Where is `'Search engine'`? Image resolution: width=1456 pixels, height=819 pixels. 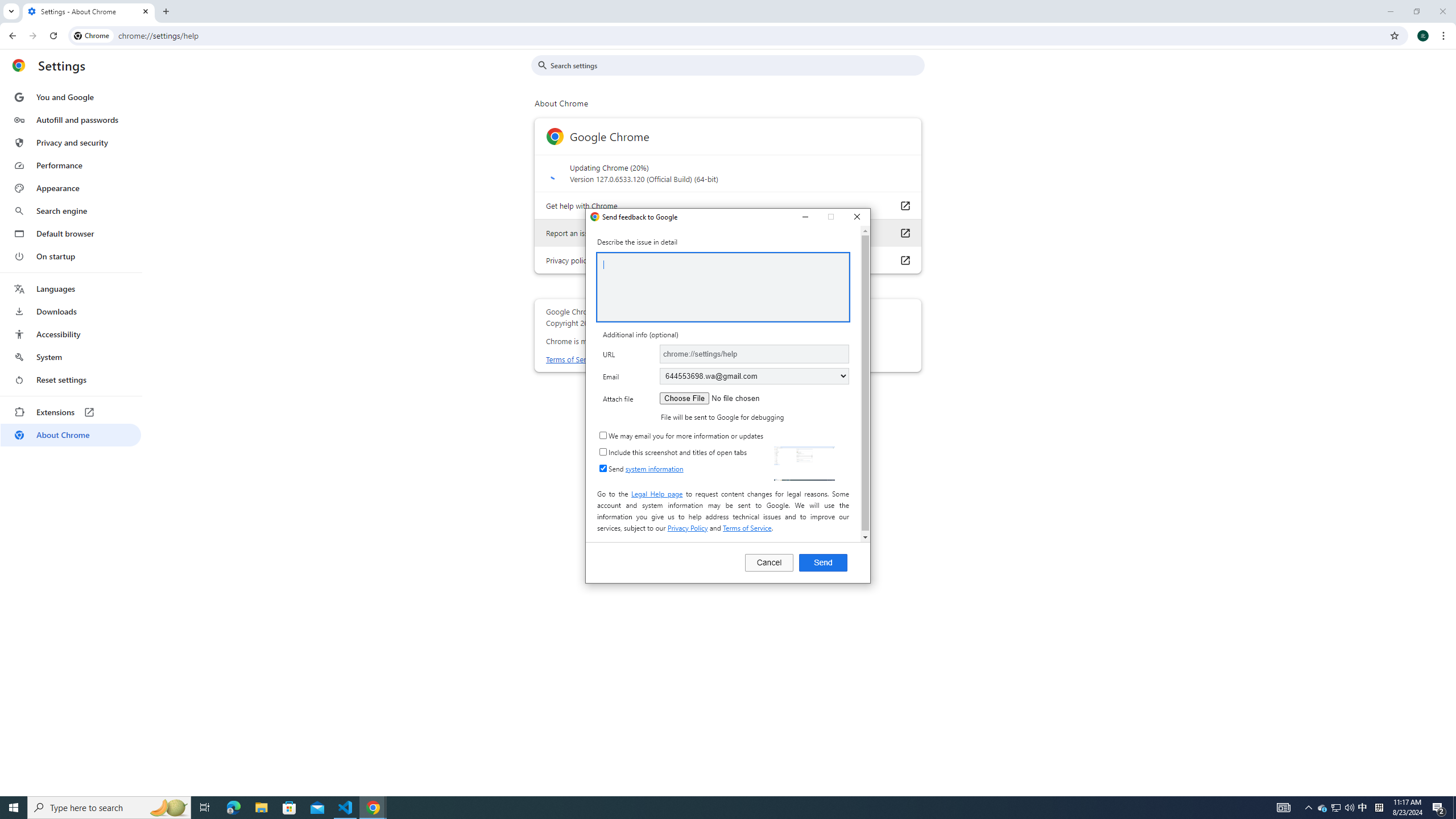 'Search engine' is located at coordinates (70, 233).